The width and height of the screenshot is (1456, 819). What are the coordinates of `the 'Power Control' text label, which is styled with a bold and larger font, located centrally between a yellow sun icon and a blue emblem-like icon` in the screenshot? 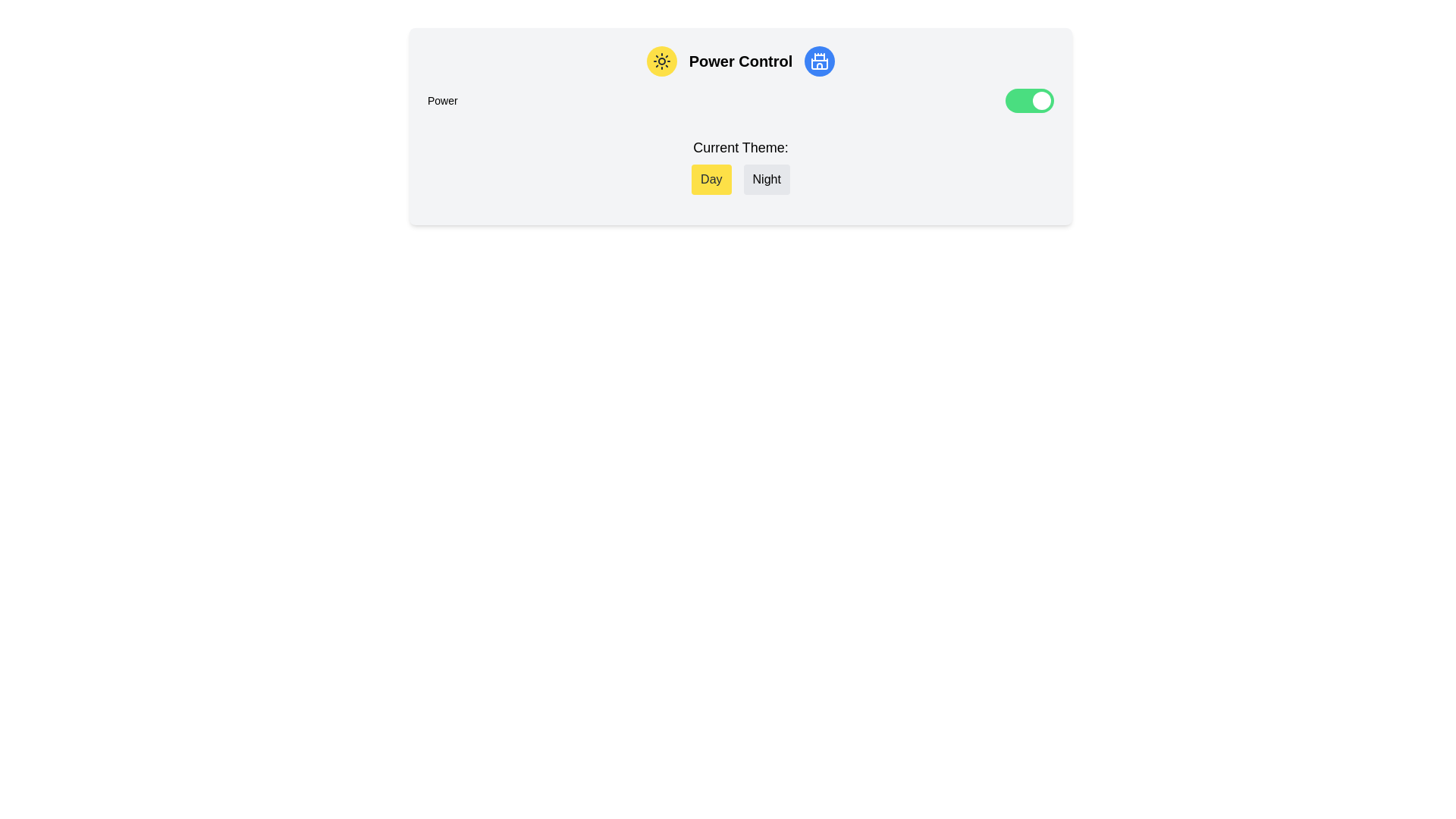 It's located at (740, 61).